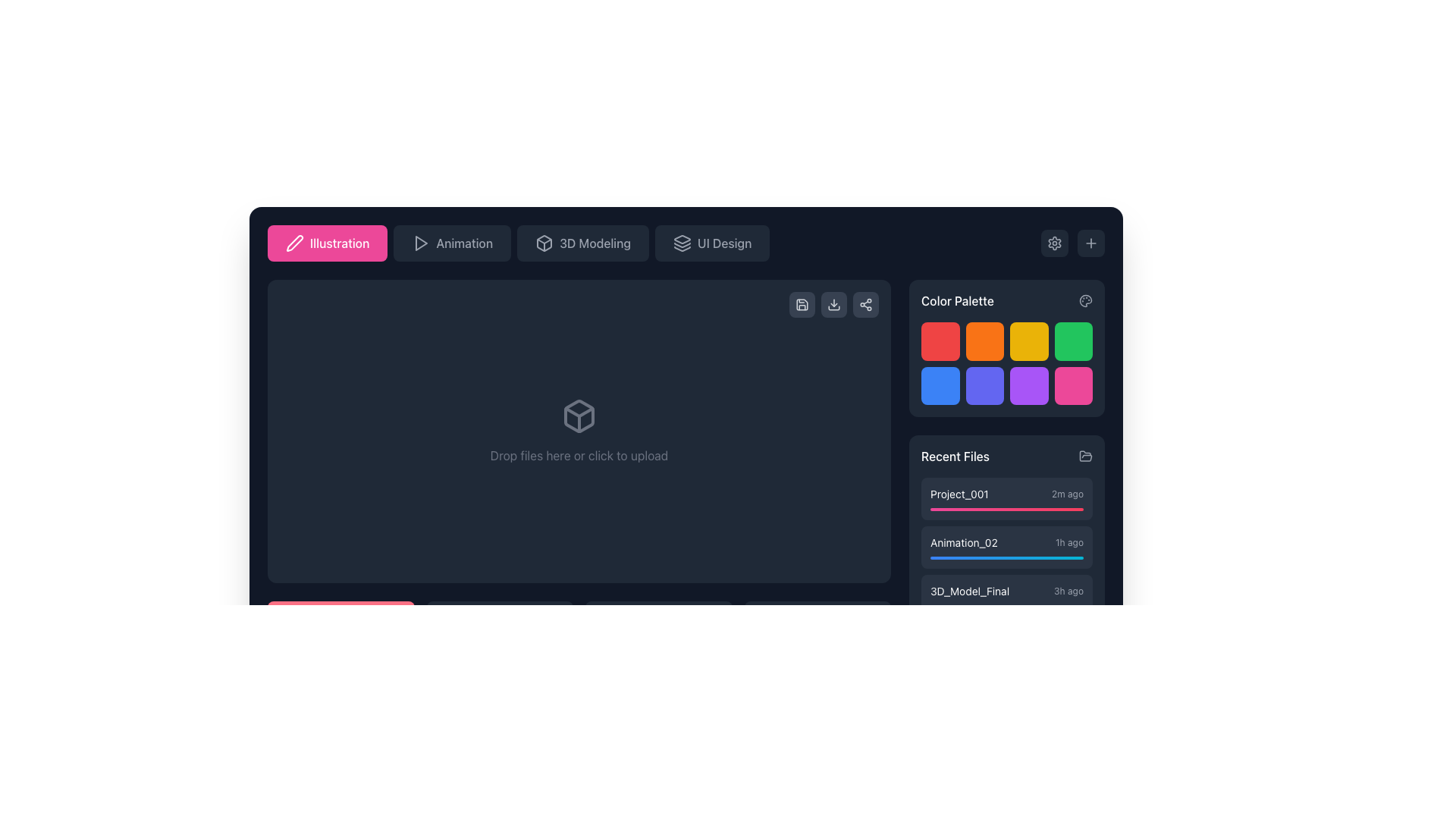  Describe the element at coordinates (1072, 384) in the screenshot. I see `the pink button with rounded corners located in the bottom-right corner of the 'Color Palette' sidebar to activate the hover effect` at that location.